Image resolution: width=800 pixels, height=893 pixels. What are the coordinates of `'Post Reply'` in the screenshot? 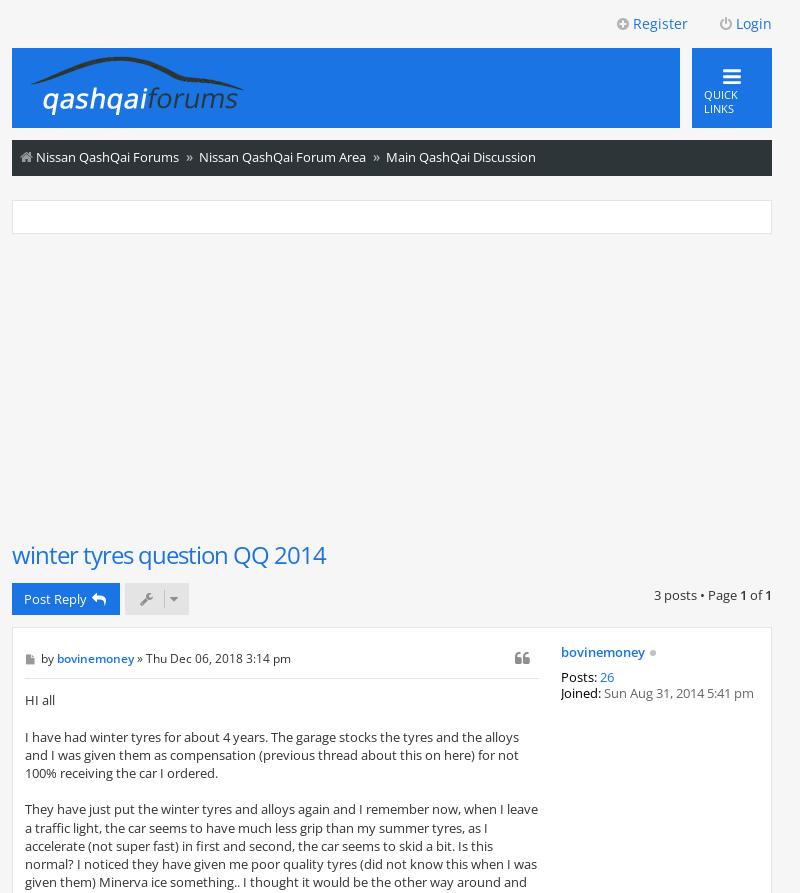 It's located at (54, 598).